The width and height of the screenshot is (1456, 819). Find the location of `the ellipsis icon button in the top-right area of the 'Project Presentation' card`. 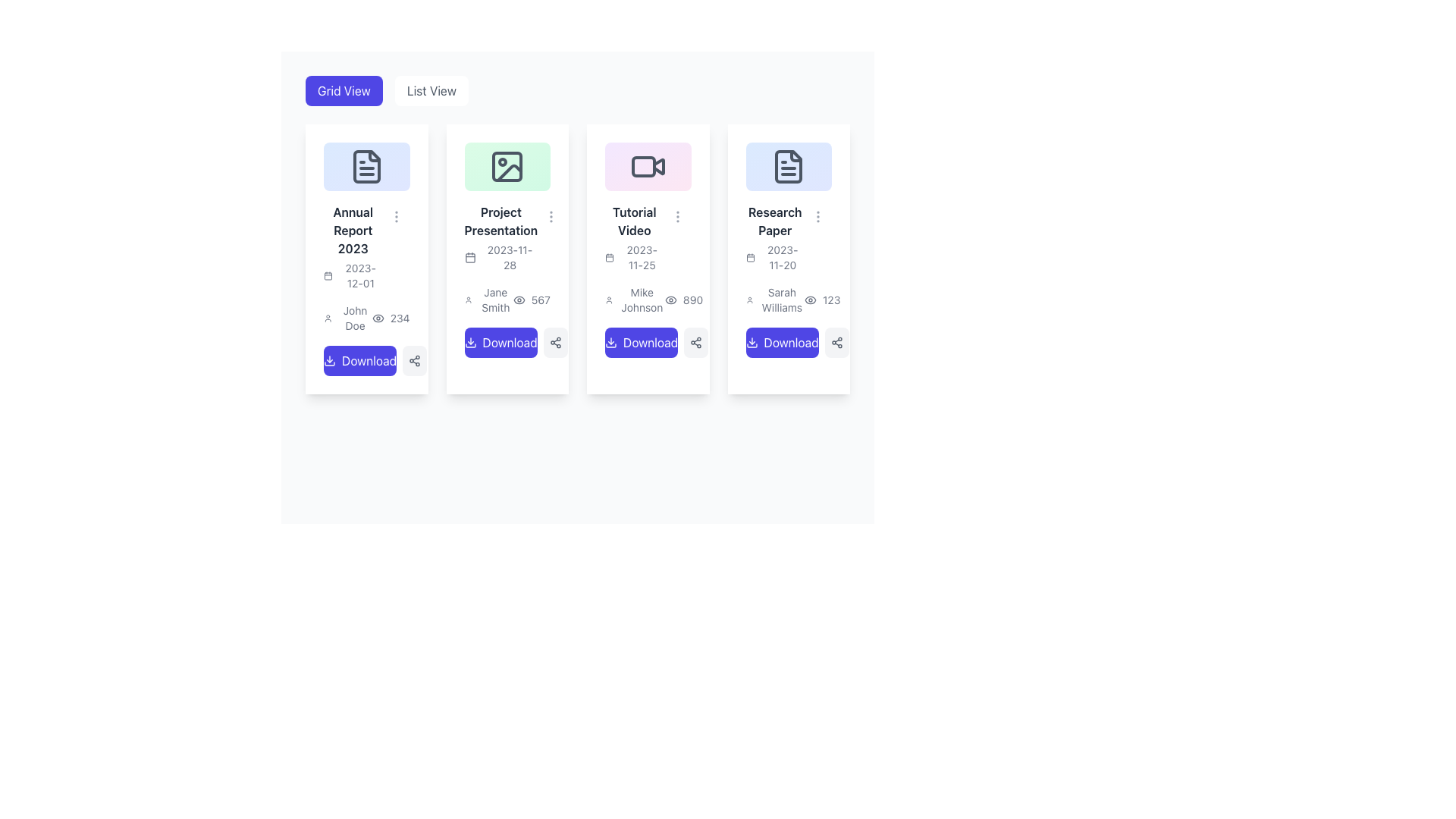

the ellipsis icon button in the top-right area of the 'Project Presentation' card is located at coordinates (551, 216).